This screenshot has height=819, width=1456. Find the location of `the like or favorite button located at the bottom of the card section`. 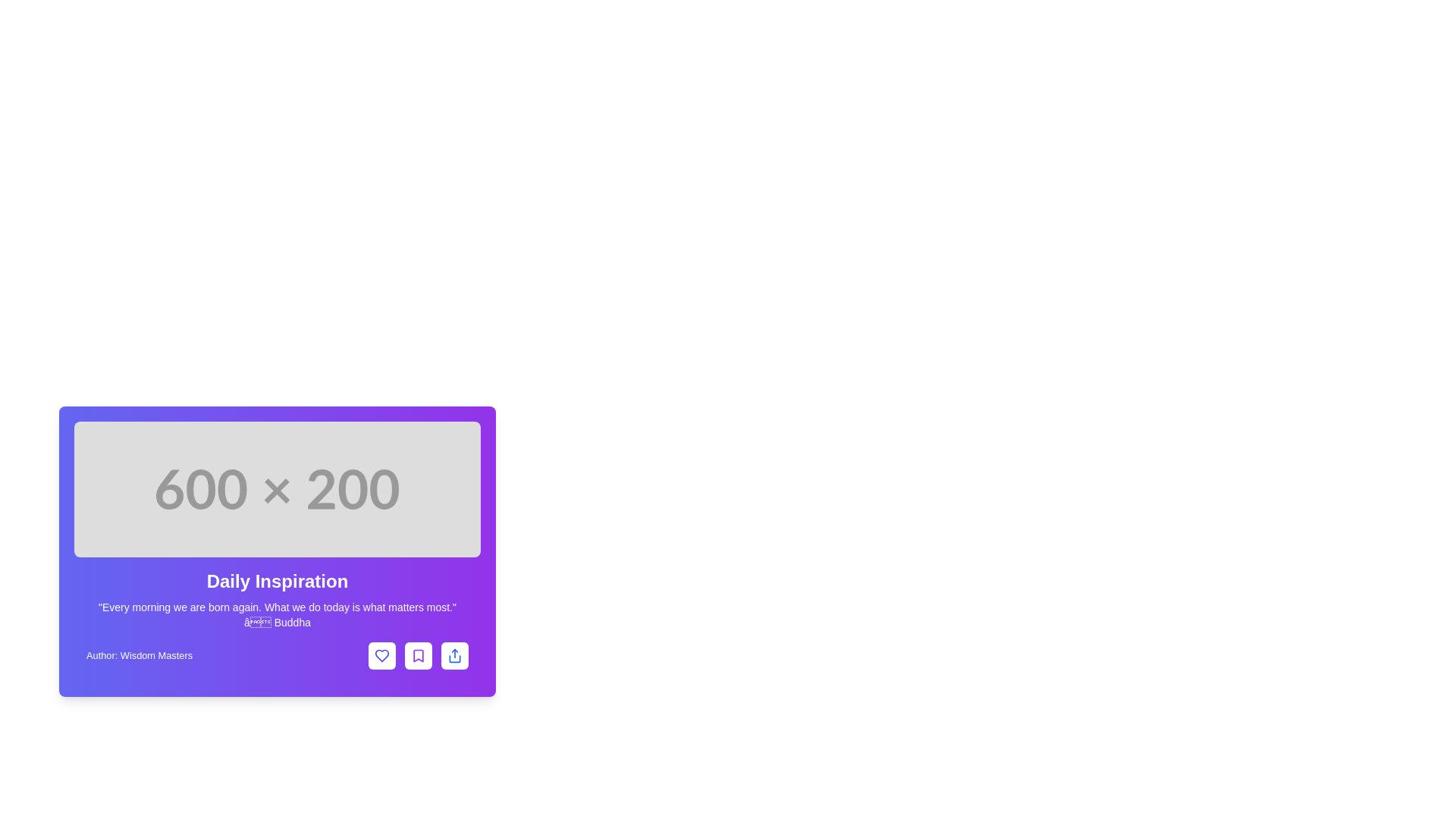

the like or favorite button located at the bottom of the card section is located at coordinates (382, 654).